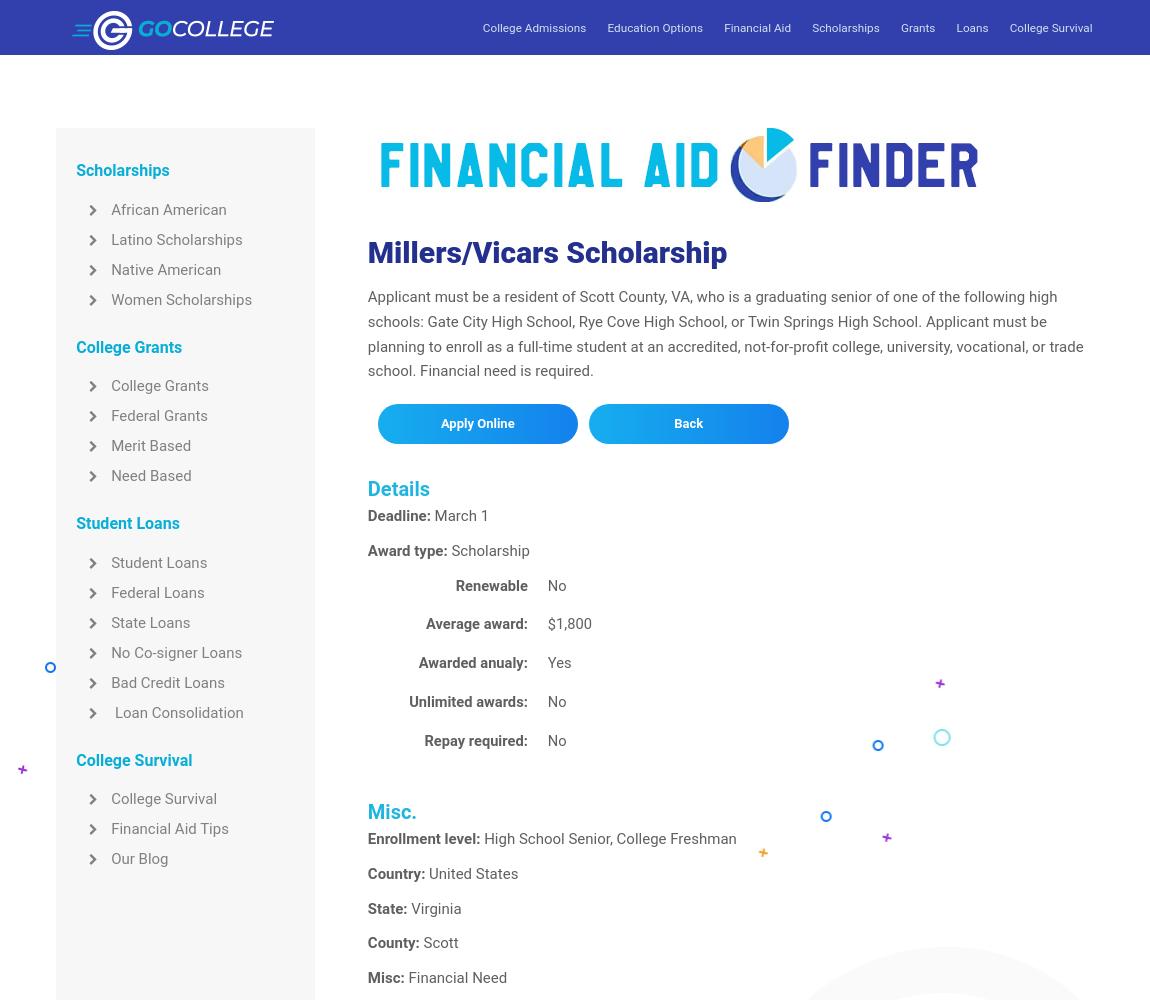 This screenshot has width=1150, height=1000. What do you see at coordinates (455, 584) in the screenshot?
I see `'Renewable'` at bounding box center [455, 584].